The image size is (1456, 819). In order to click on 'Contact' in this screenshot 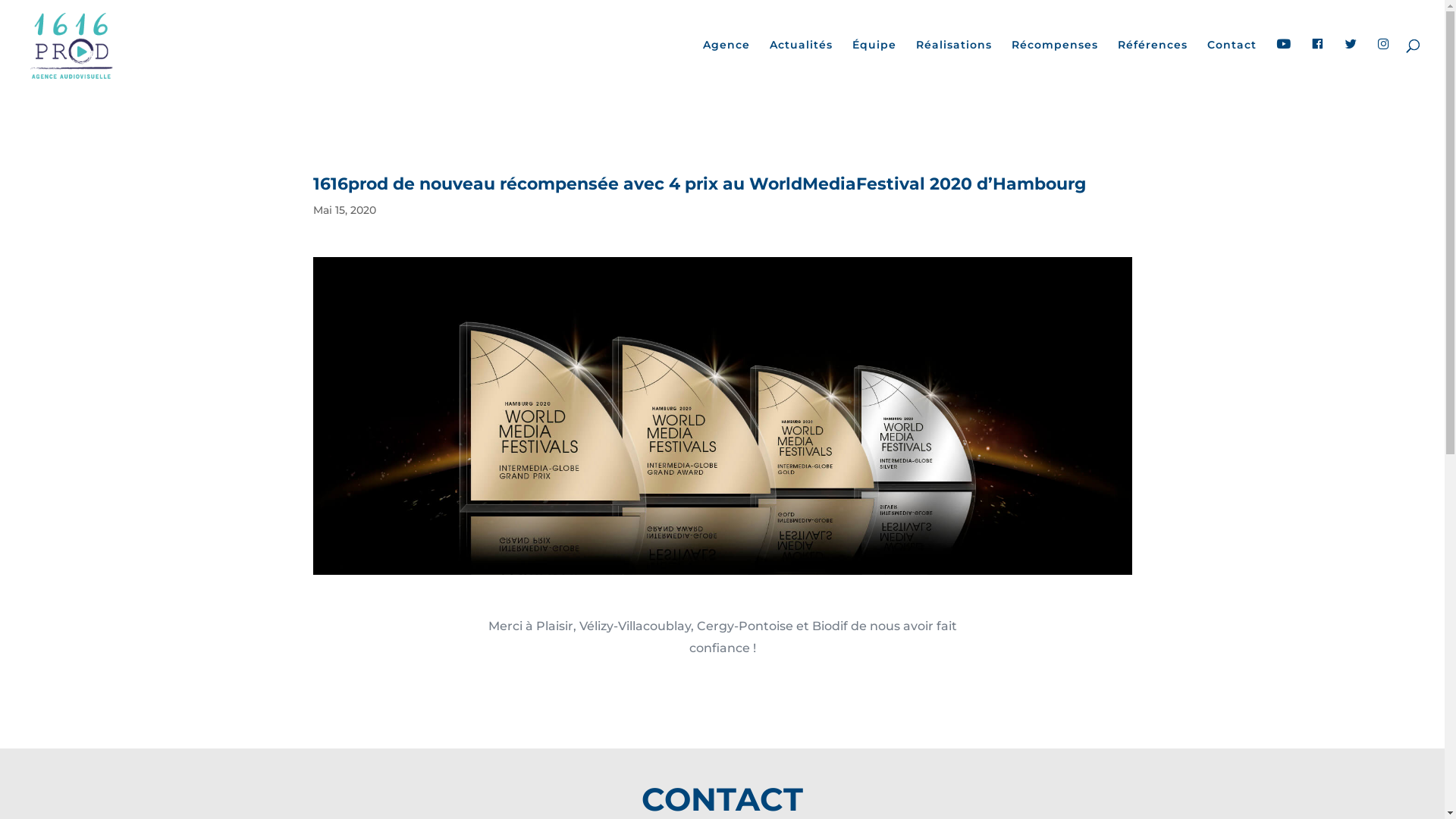, I will do `click(1232, 63)`.